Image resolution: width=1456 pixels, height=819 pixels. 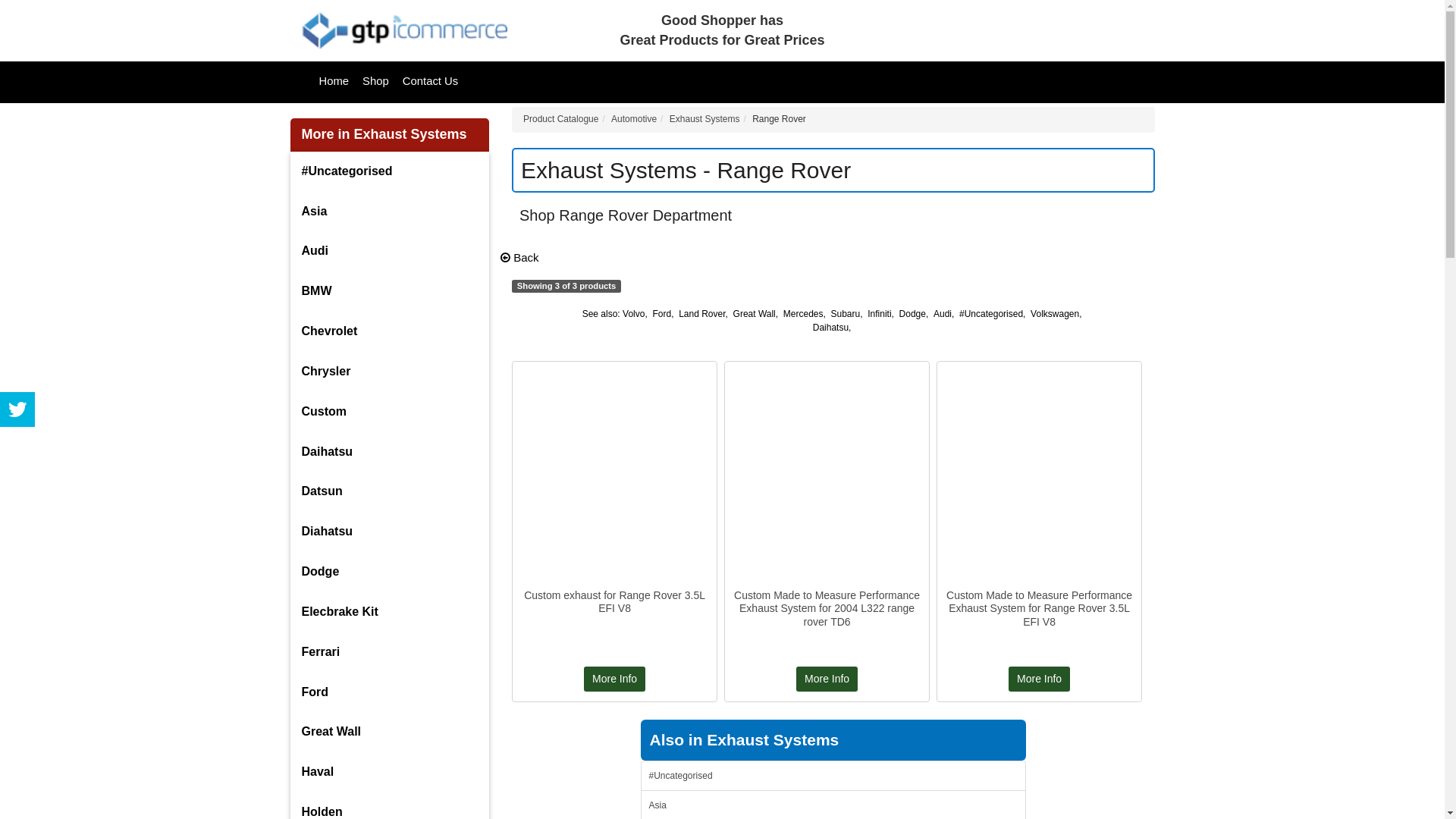 What do you see at coordinates (704, 118) in the screenshot?
I see `'Exhaust Systems'` at bounding box center [704, 118].